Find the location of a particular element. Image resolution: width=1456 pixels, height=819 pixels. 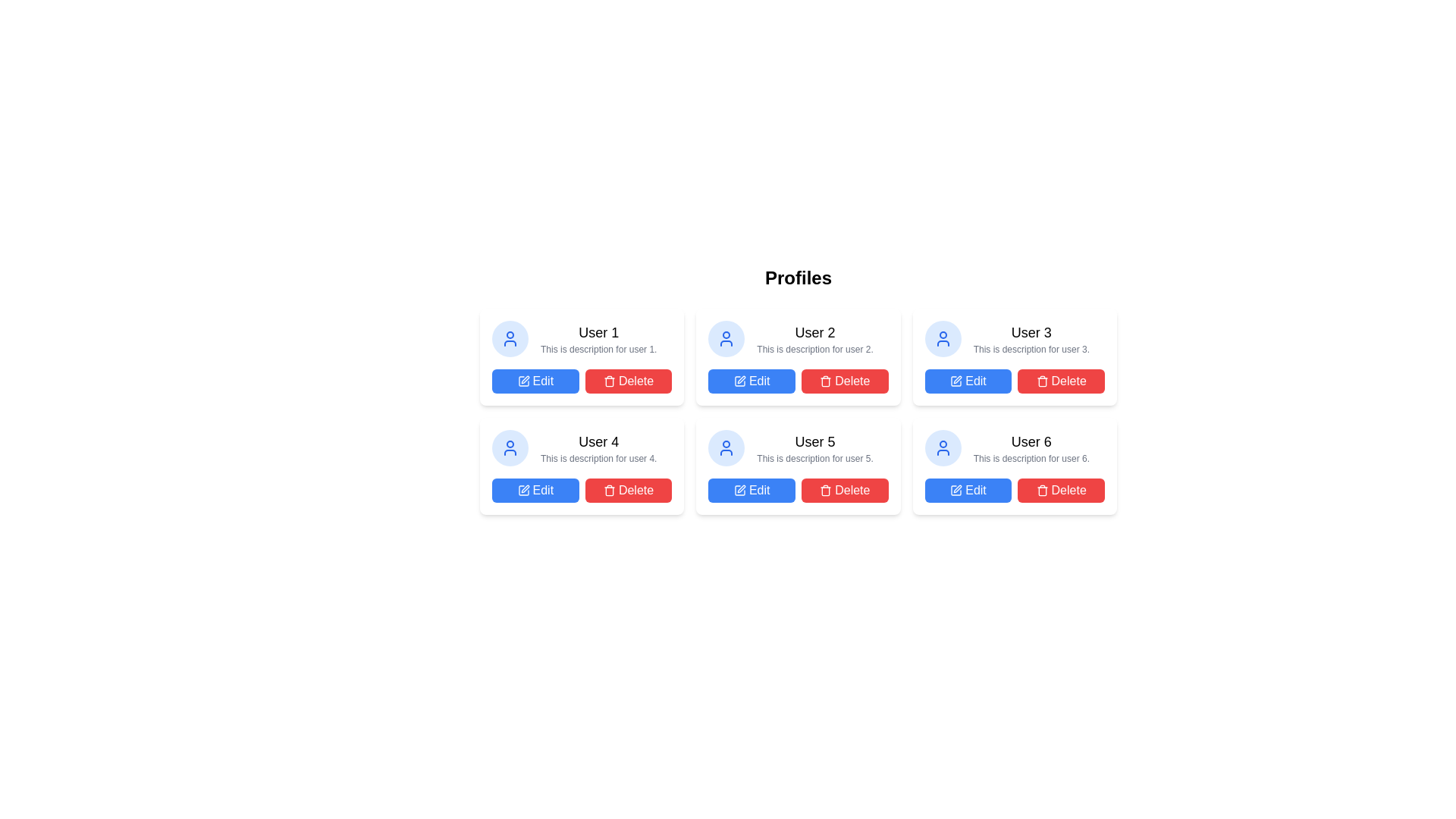

the 'User 4' label in the profile card located in the second row, first column of the grid layout is located at coordinates (598, 441).